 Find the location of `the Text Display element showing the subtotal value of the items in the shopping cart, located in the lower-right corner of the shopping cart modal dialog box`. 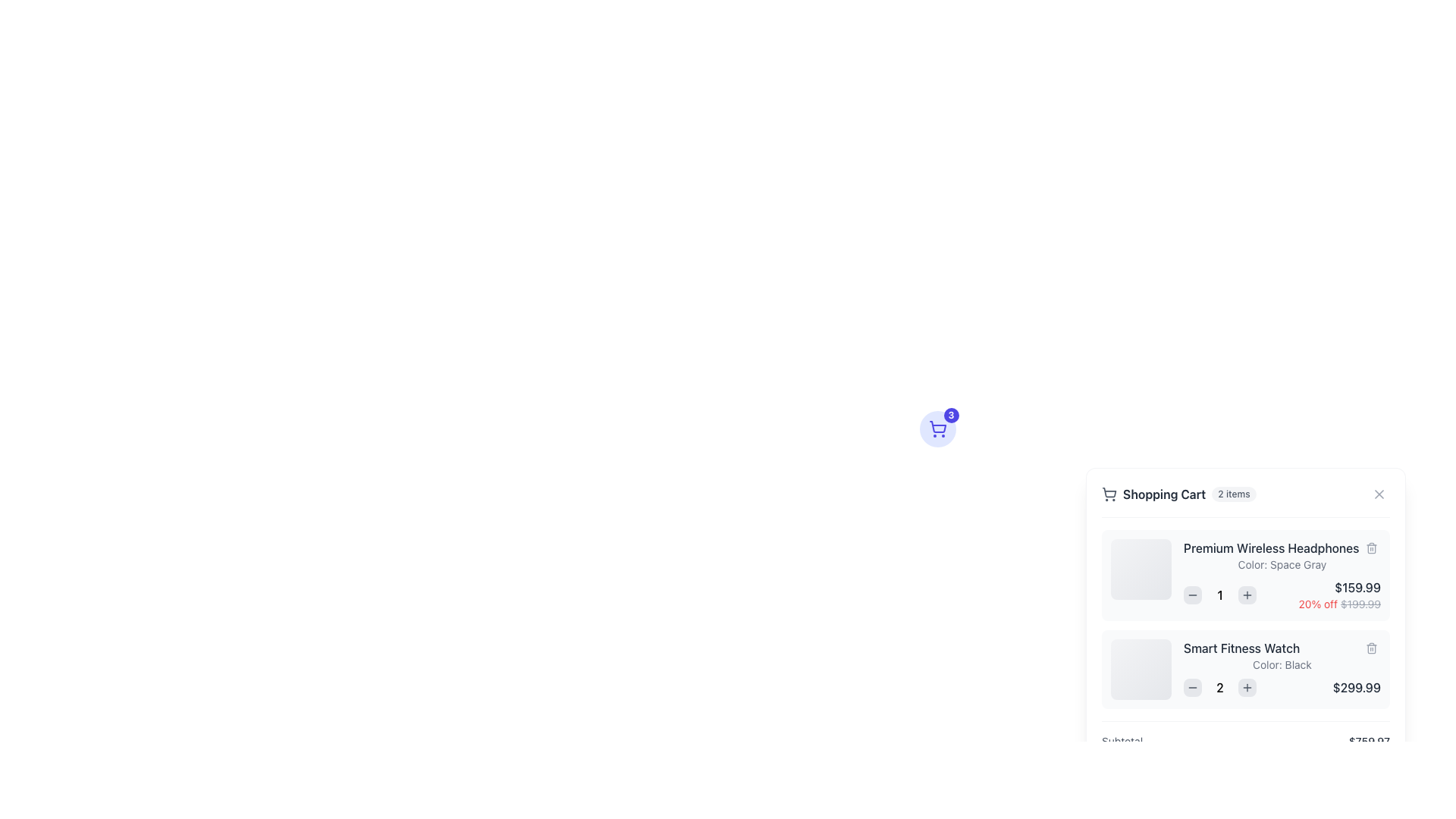

the Text Display element showing the subtotal value of the items in the shopping cart, located in the lower-right corner of the shopping cart modal dialog box is located at coordinates (1369, 741).